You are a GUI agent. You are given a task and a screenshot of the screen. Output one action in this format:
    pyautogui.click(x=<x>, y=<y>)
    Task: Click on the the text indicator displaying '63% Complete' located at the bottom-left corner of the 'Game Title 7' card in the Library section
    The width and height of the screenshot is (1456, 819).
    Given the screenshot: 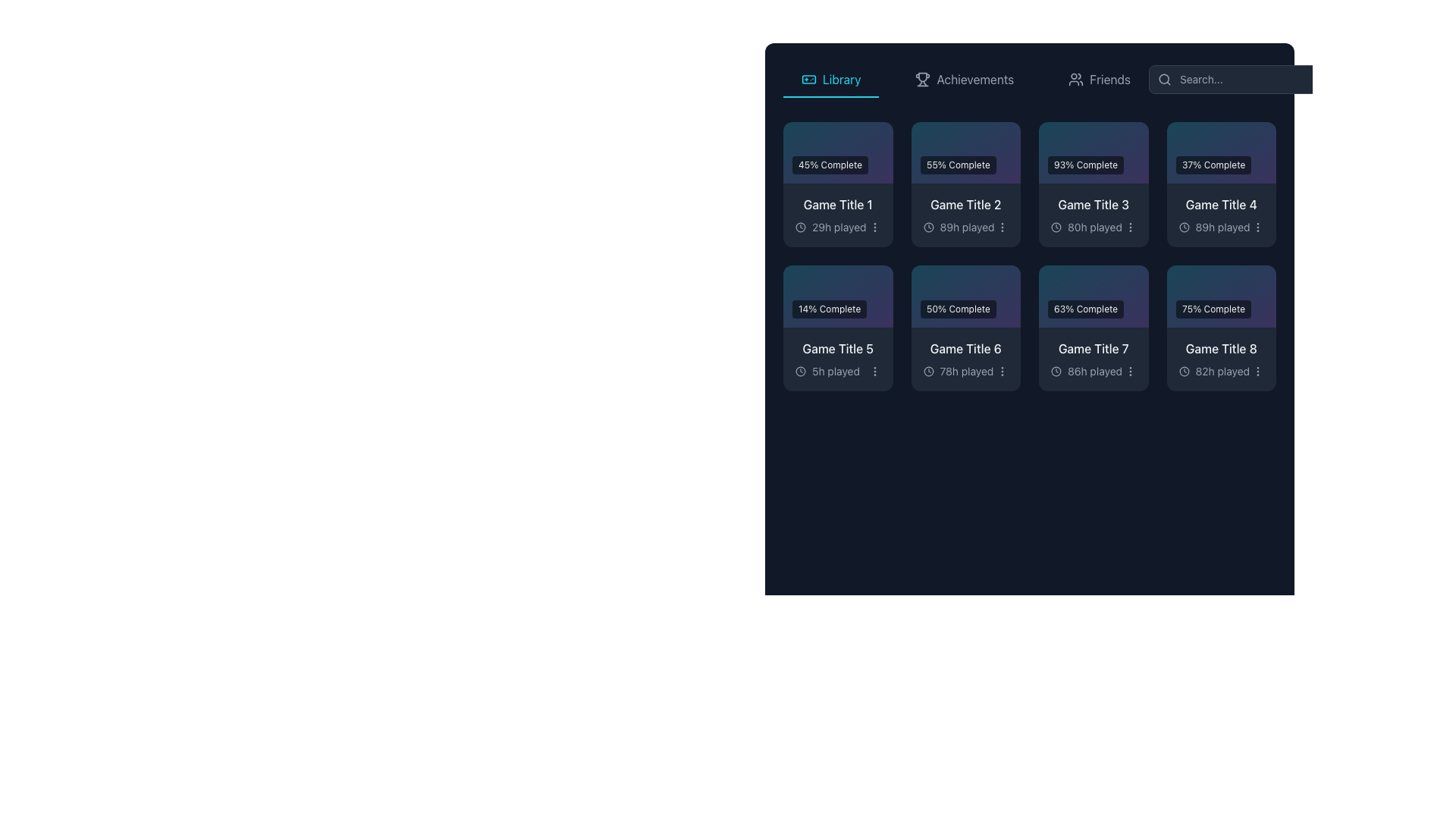 What is the action you would take?
    pyautogui.click(x=1085, y=308)
    